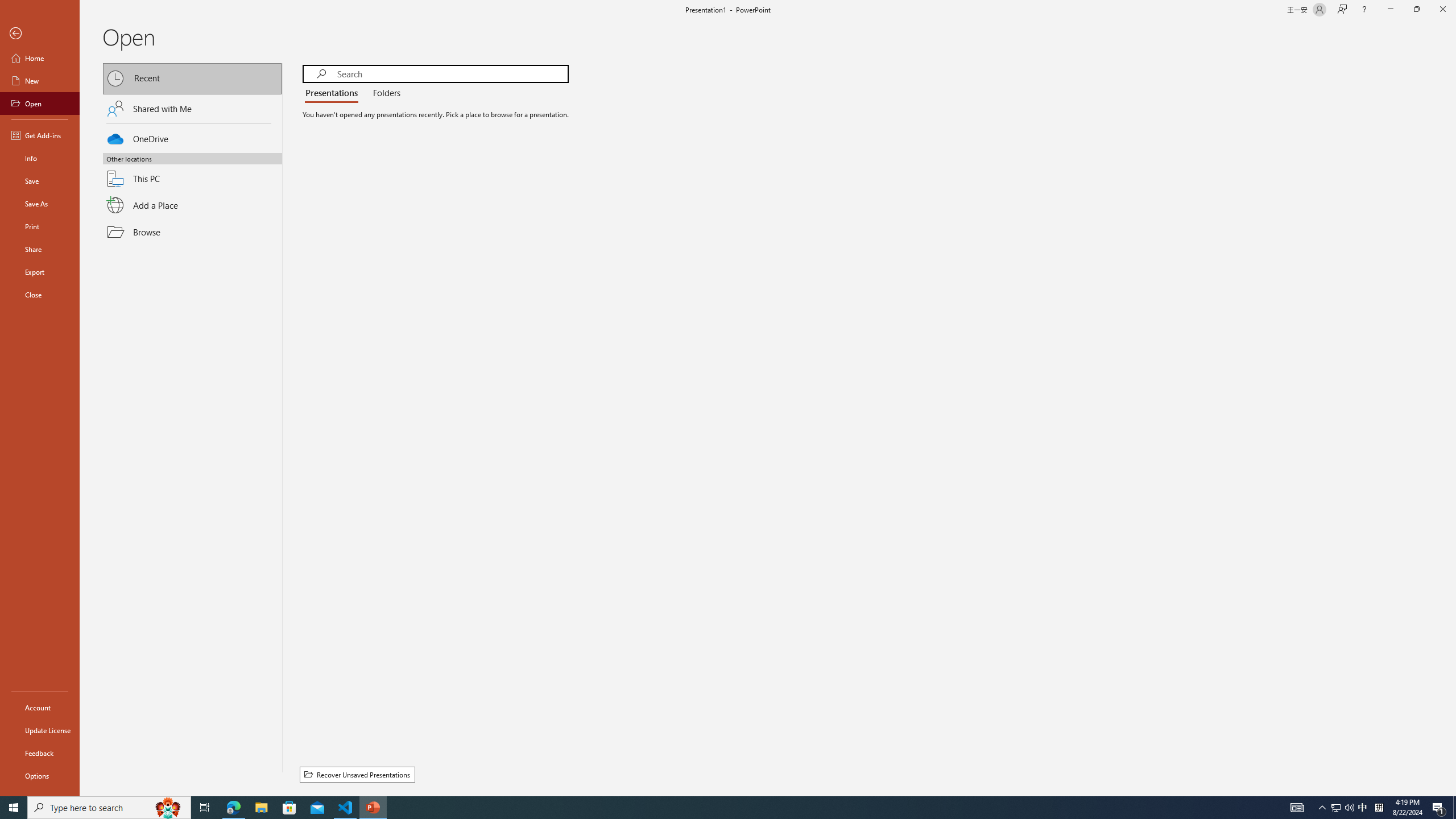 The height and width of the screenshot is (819, 1456). What do you see at coordinates (39, 708) in the screenshot?
I see `'Account'` at bounding box center [39, 708].